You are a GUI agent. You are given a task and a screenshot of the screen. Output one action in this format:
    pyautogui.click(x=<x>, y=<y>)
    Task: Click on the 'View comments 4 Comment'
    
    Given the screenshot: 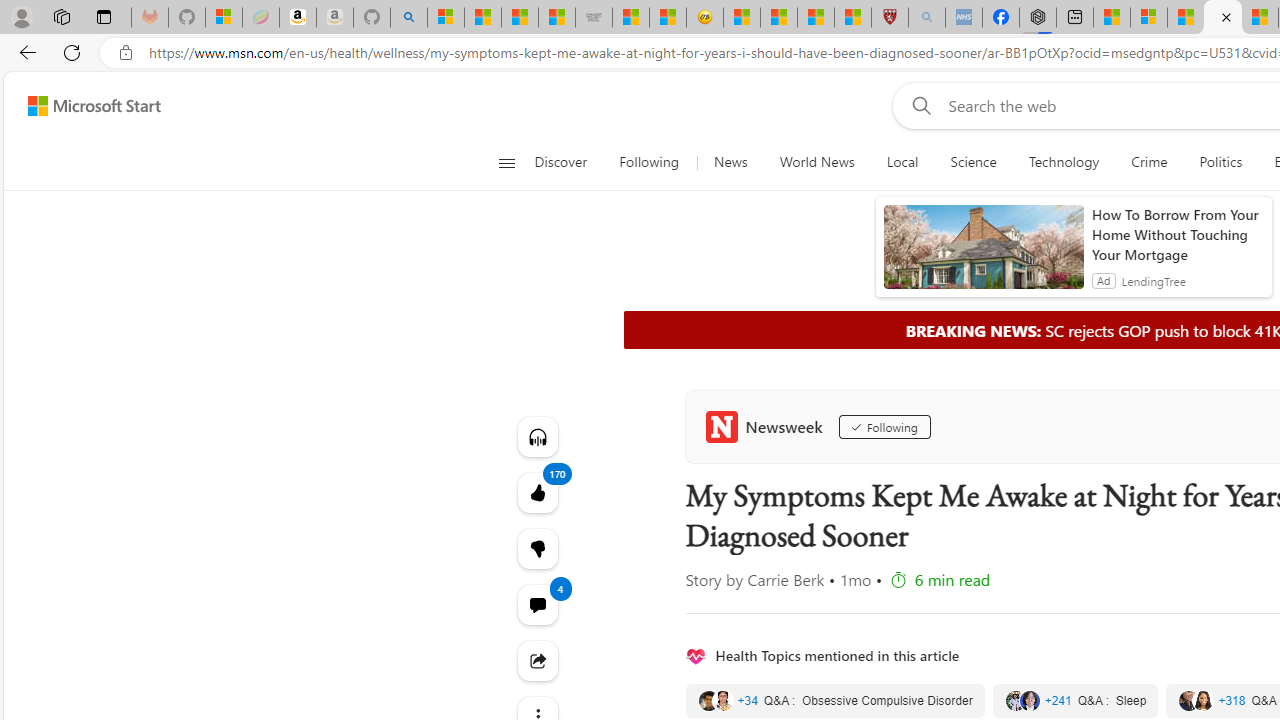 What is the action you would take?
    pyautogui.click(x=537, y=603)
    